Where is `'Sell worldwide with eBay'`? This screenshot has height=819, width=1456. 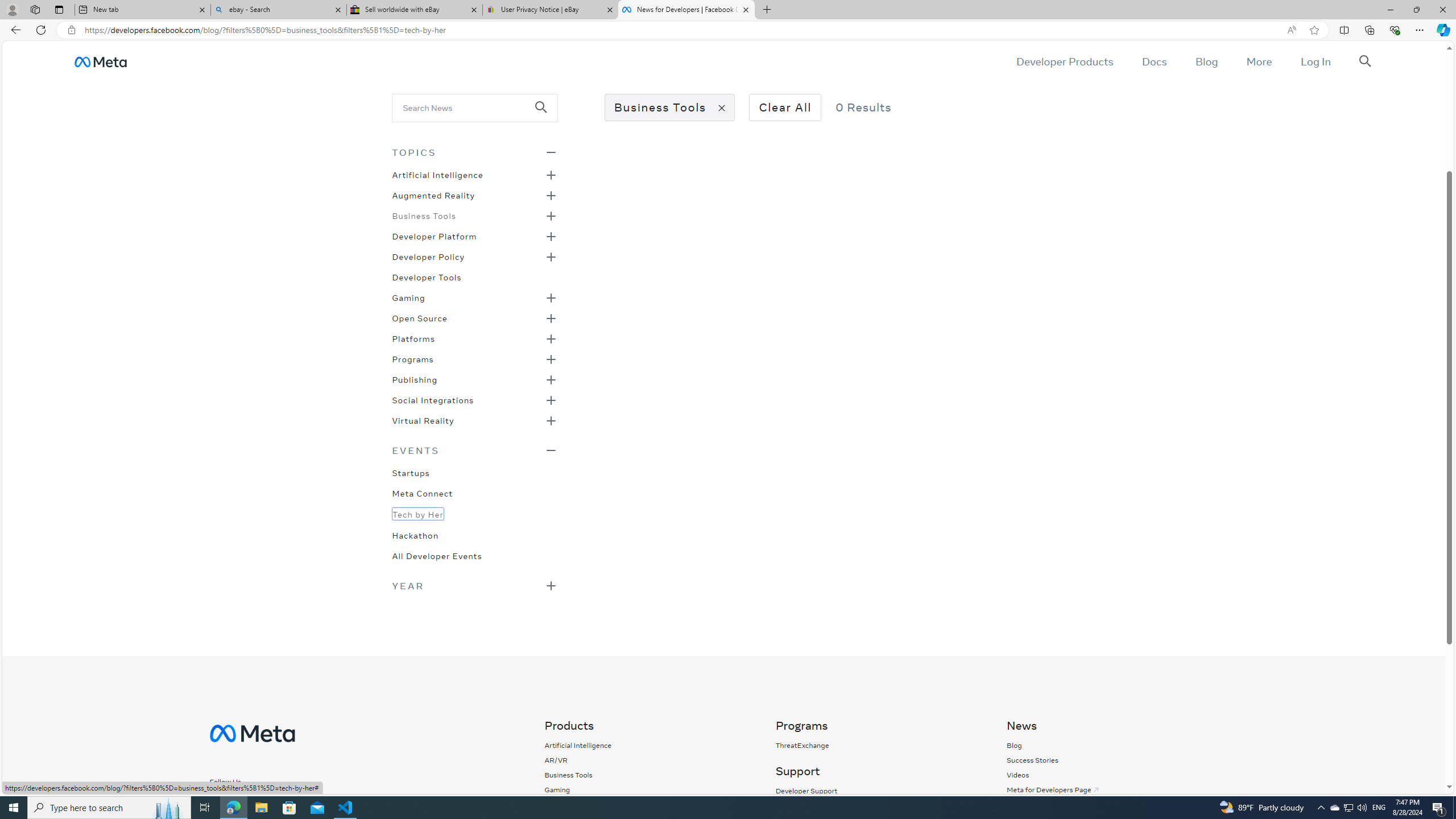
'Sell worldwide with eBay' is located at coordinates (415, 9).